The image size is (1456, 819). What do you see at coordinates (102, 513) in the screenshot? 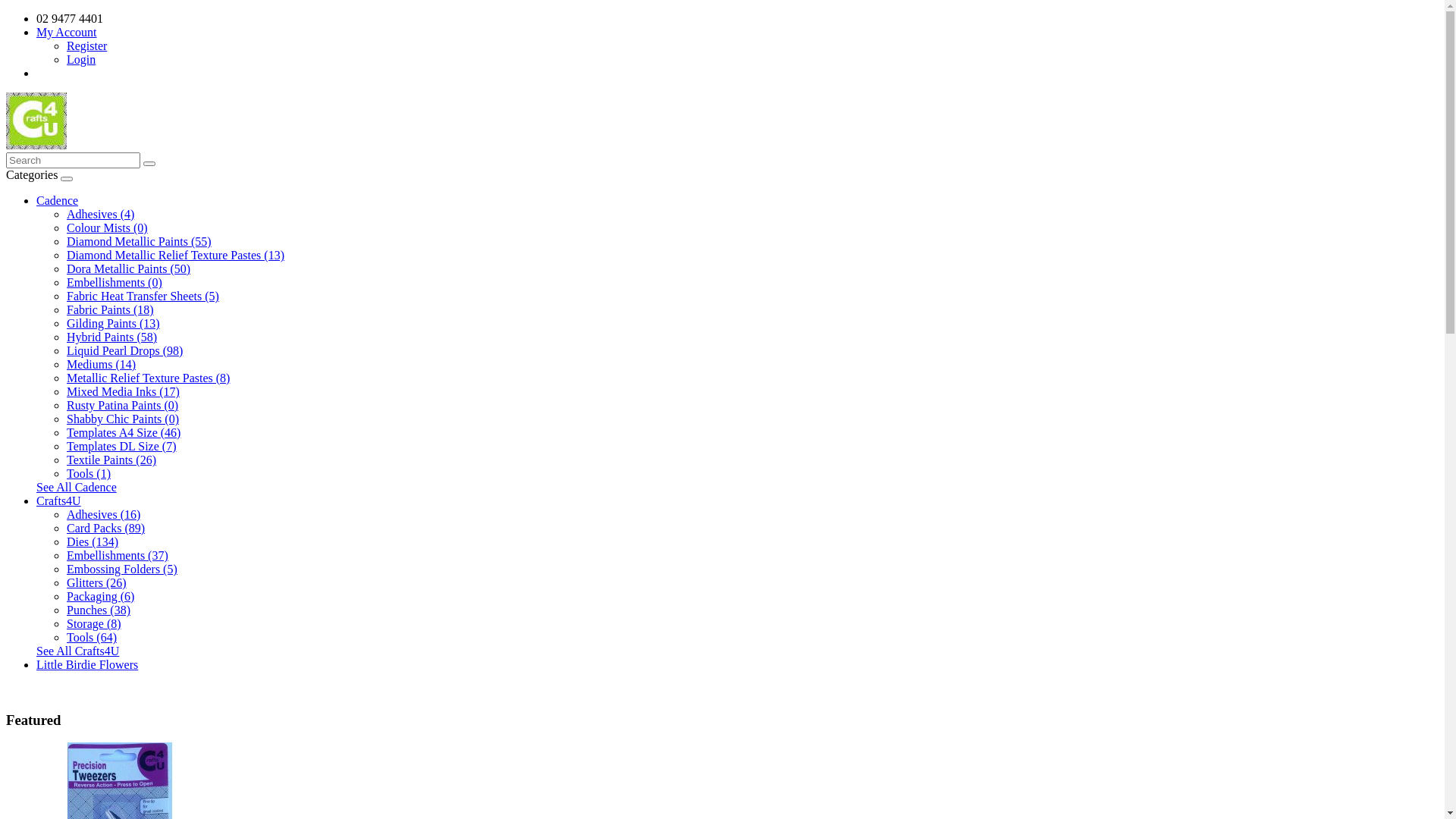
I see `'Adhesives (16)'` at bounding box center [102, 513].